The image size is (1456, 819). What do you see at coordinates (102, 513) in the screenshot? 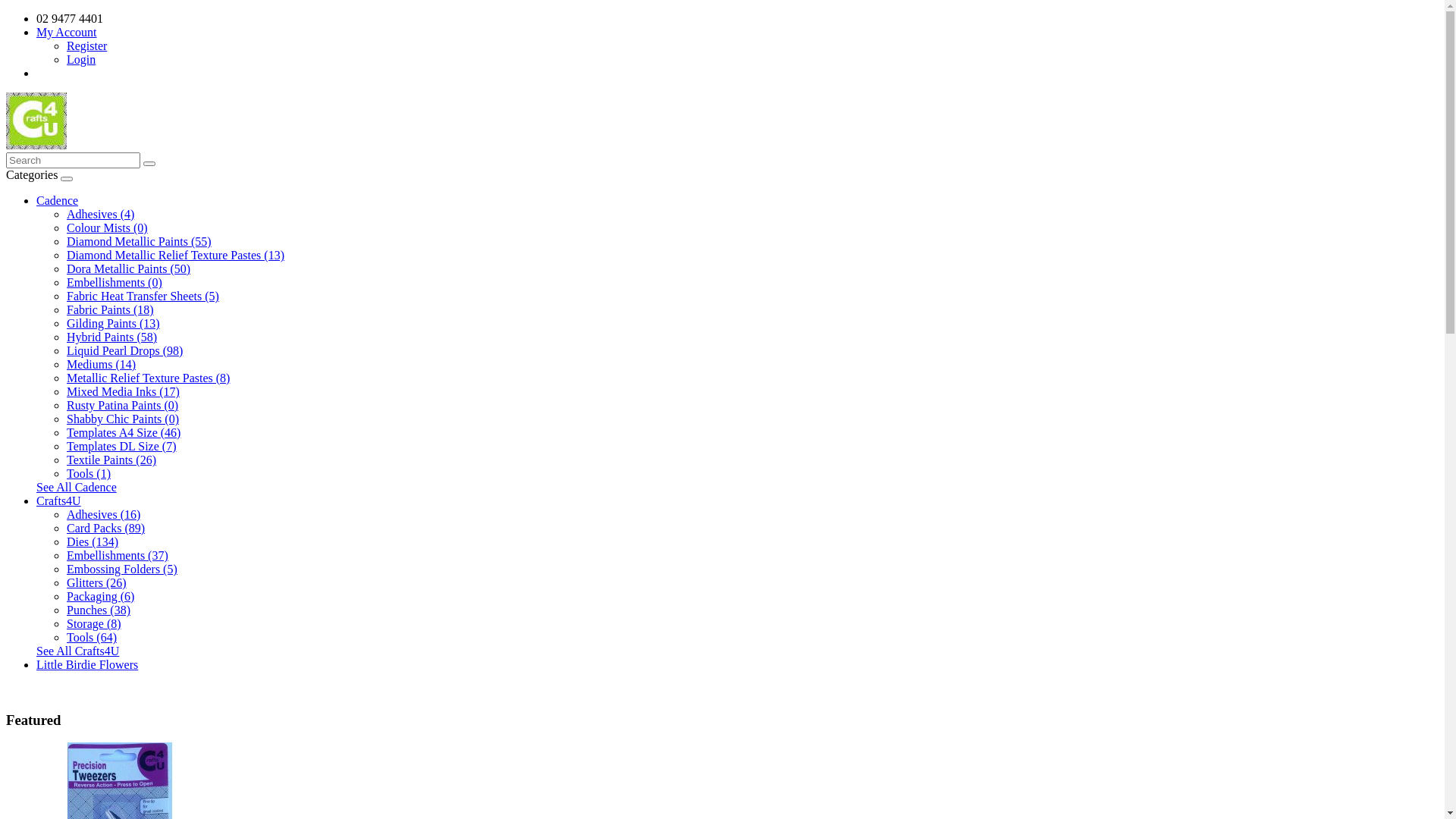
I see `'Adhesives (16)'` at bounding box center [102, 513].